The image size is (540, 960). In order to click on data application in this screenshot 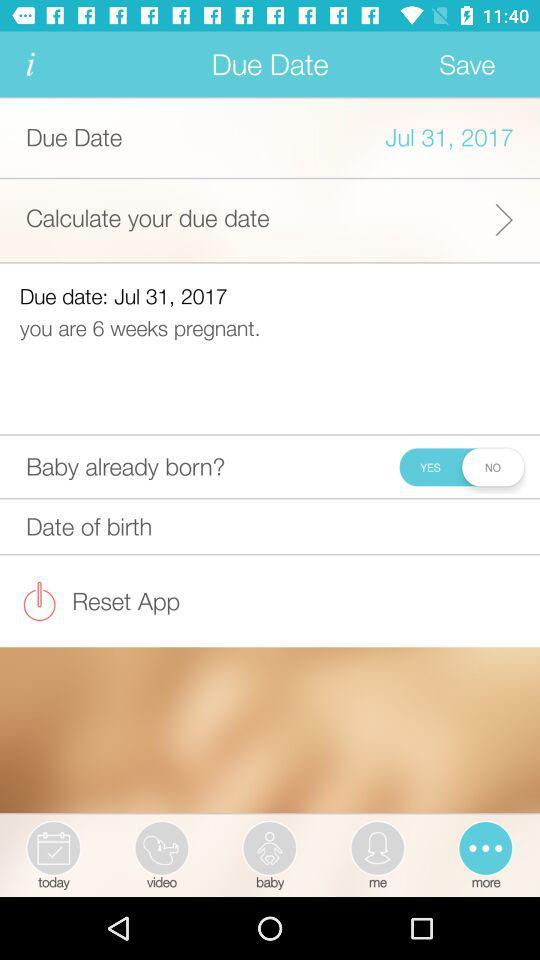, I will do `click(29, 64)`.